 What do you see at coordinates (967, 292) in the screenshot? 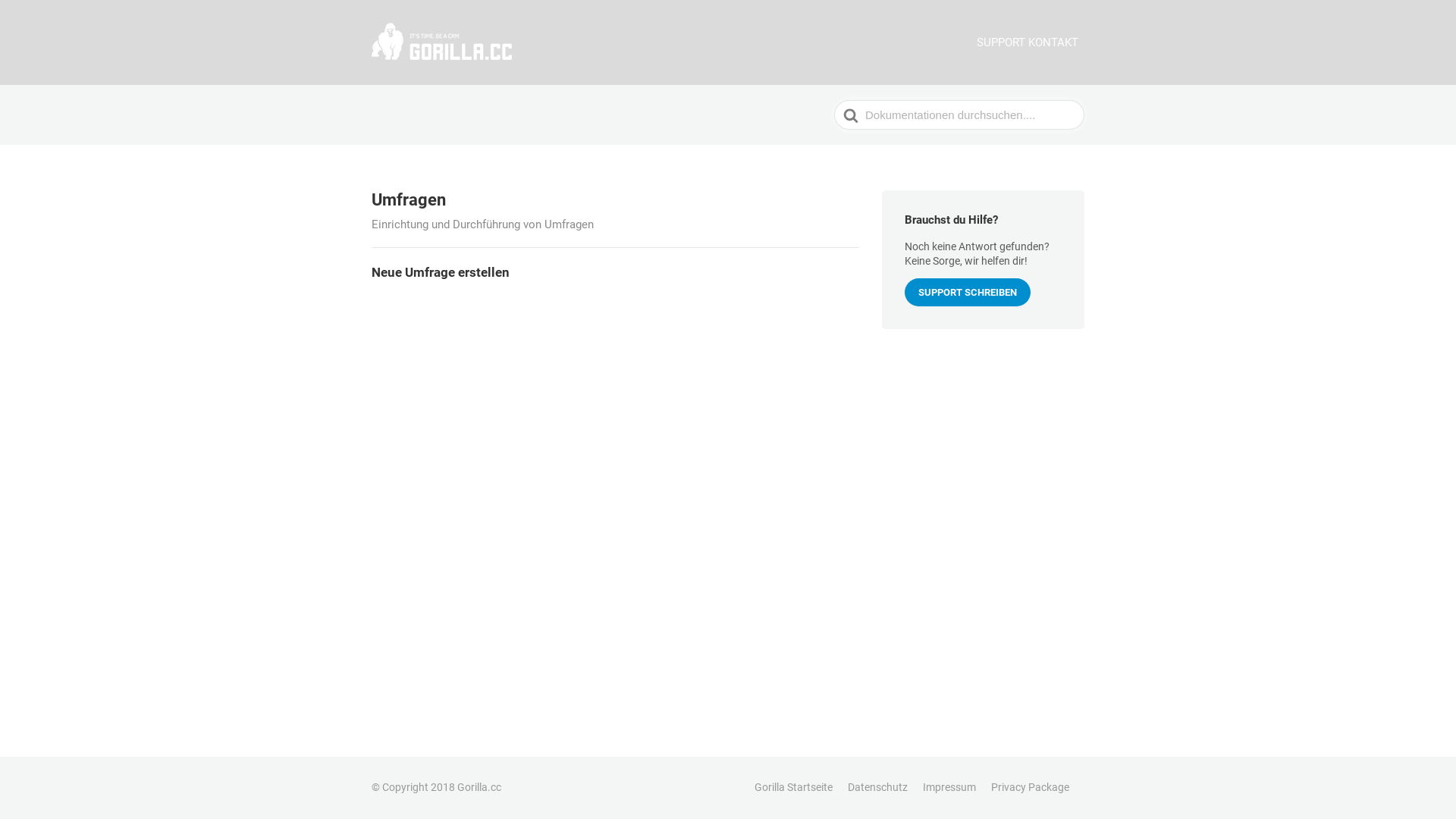
I see `'SUPPORT SCHREIBEN'` at bounding box center [967, 292].